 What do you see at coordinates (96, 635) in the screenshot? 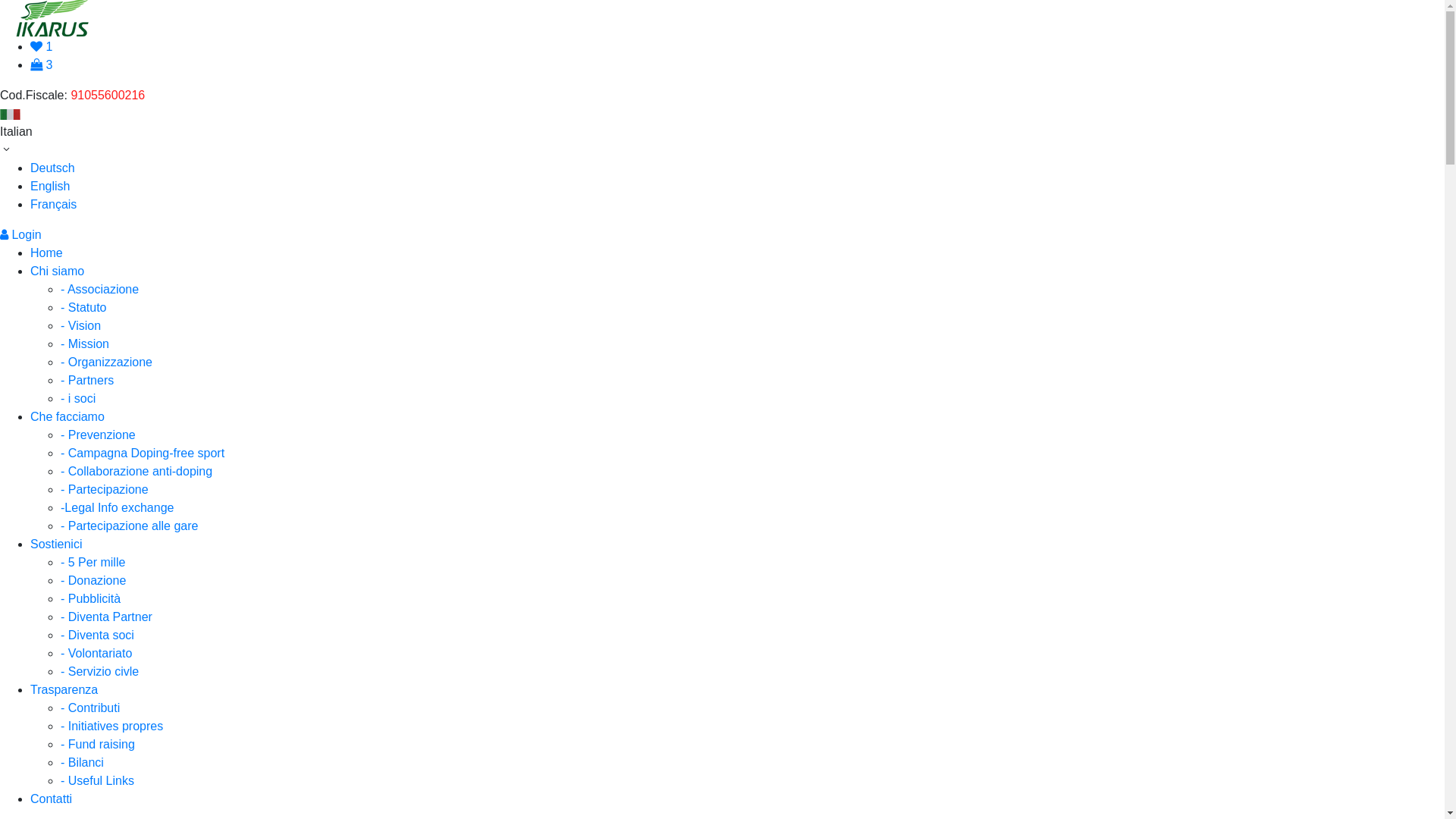
I see `'- Diventa soci'` at bounding box center [96, 635].